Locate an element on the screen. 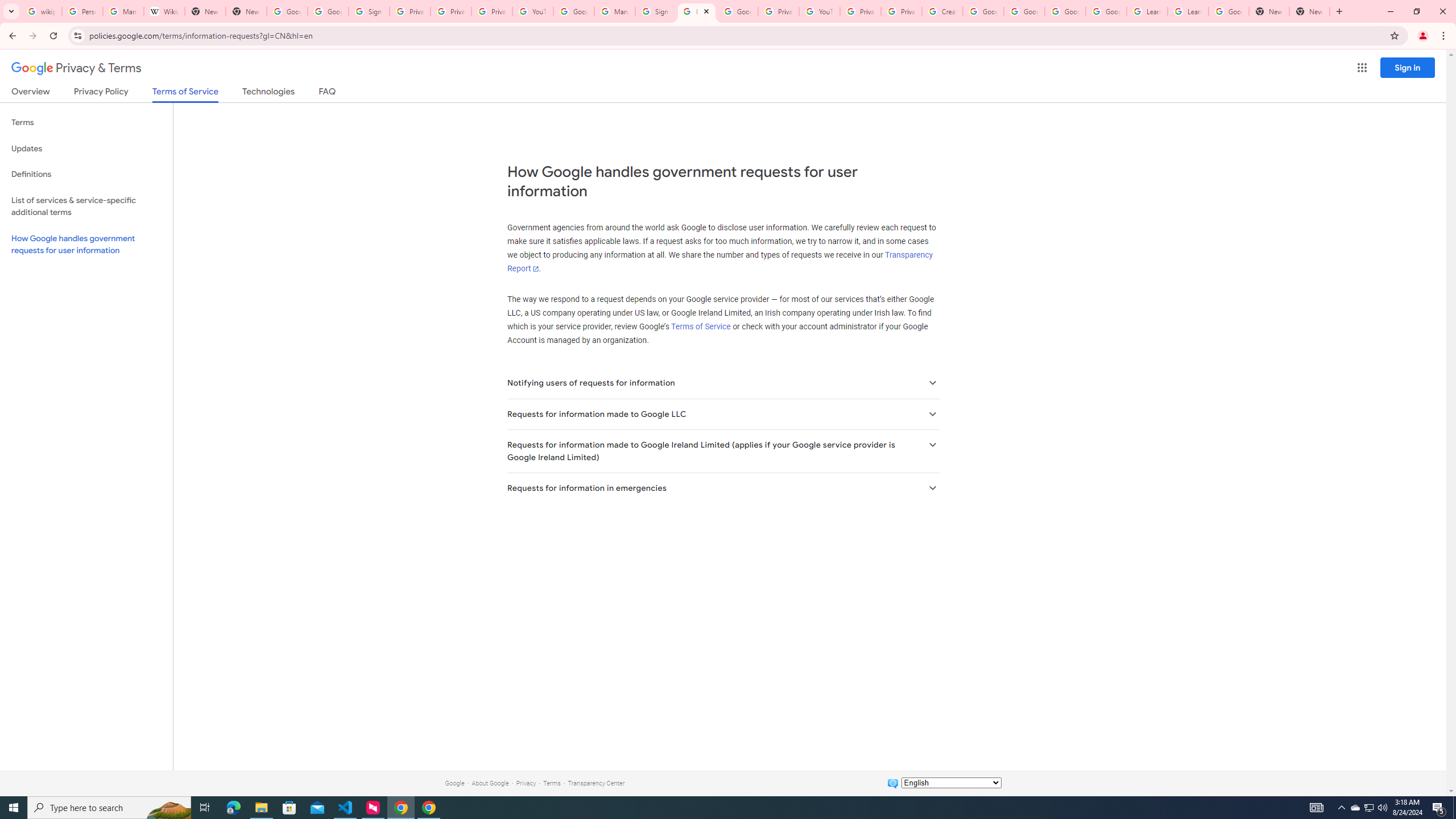  'Google Account Help' is located at coordinates (1023, 11).